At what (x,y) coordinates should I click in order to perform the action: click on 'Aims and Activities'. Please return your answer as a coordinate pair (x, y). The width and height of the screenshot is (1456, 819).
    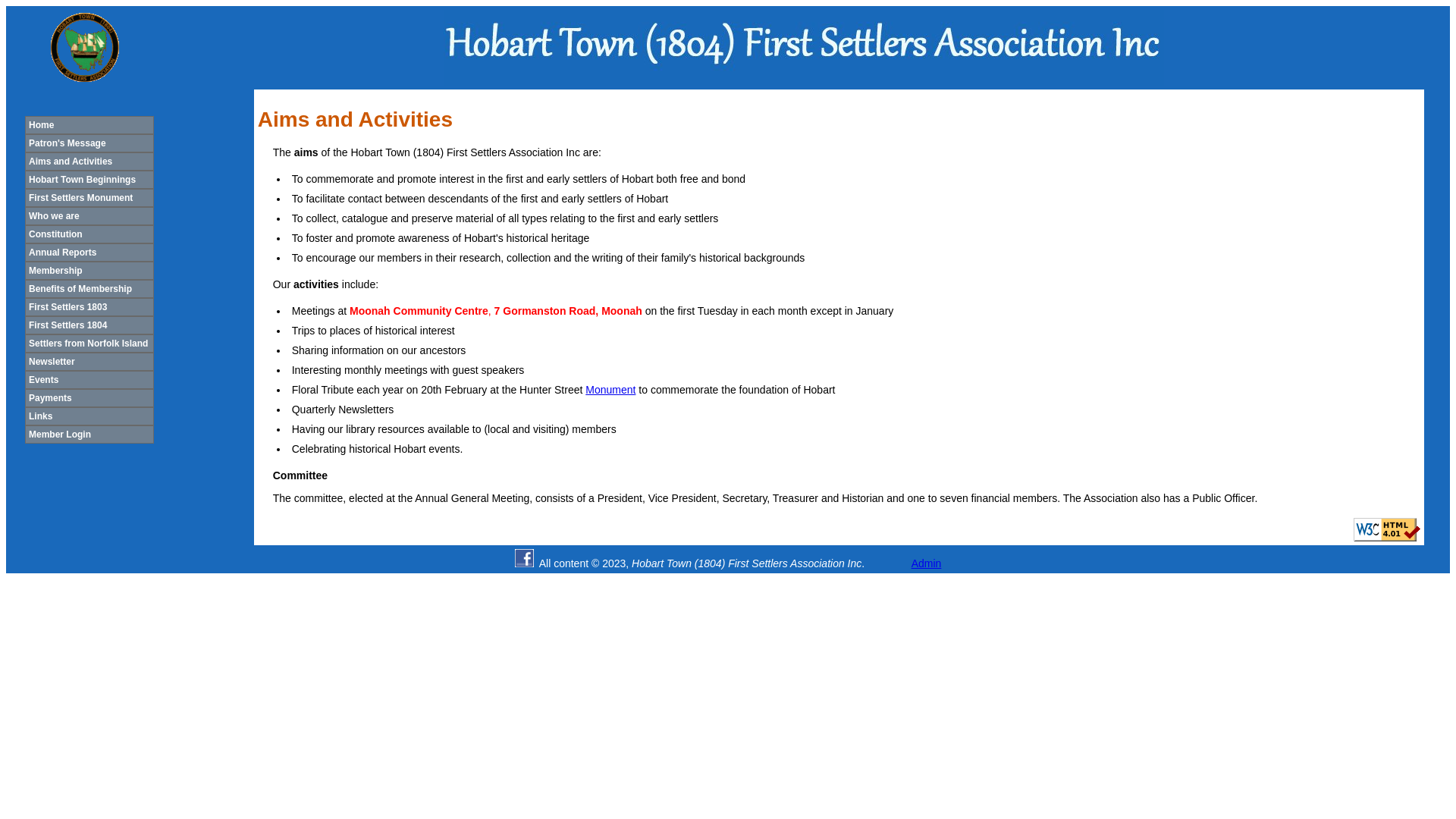
    Looking at the image, I should click on (89, 161).